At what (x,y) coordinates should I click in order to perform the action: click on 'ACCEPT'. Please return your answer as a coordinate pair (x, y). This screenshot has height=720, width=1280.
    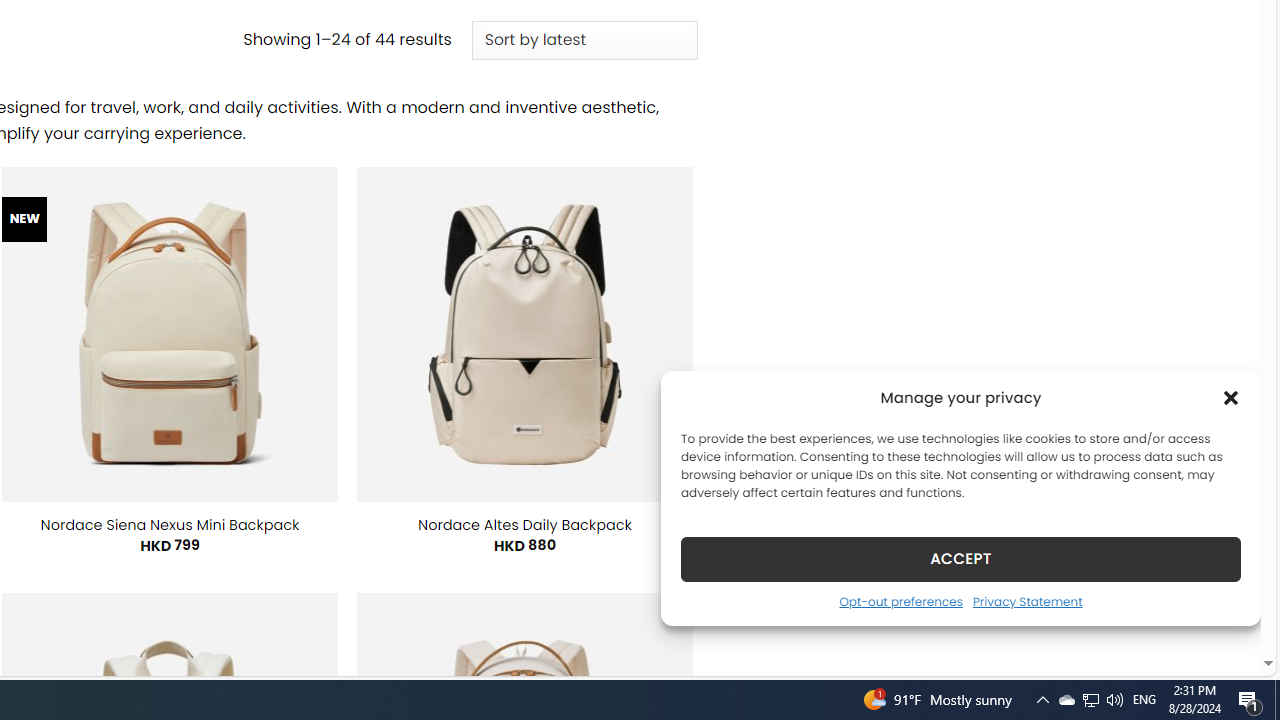
    Looking at the image, I should click on (961, 558).